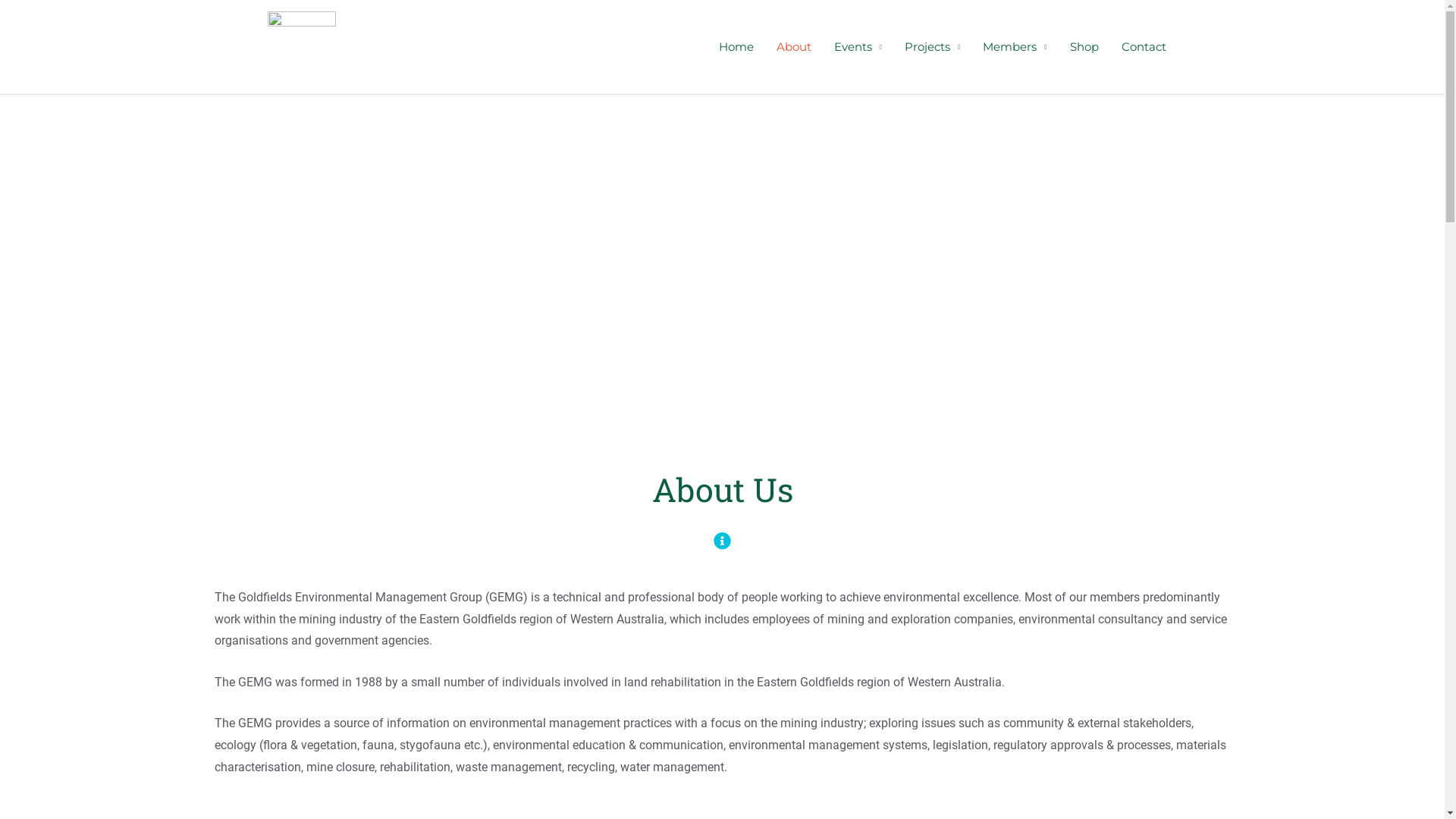 The height and width of the screenshot is (819, 1456). Describe the element at coordinates (1015, 45) in the screenshot. I see `'Members'` at that location.